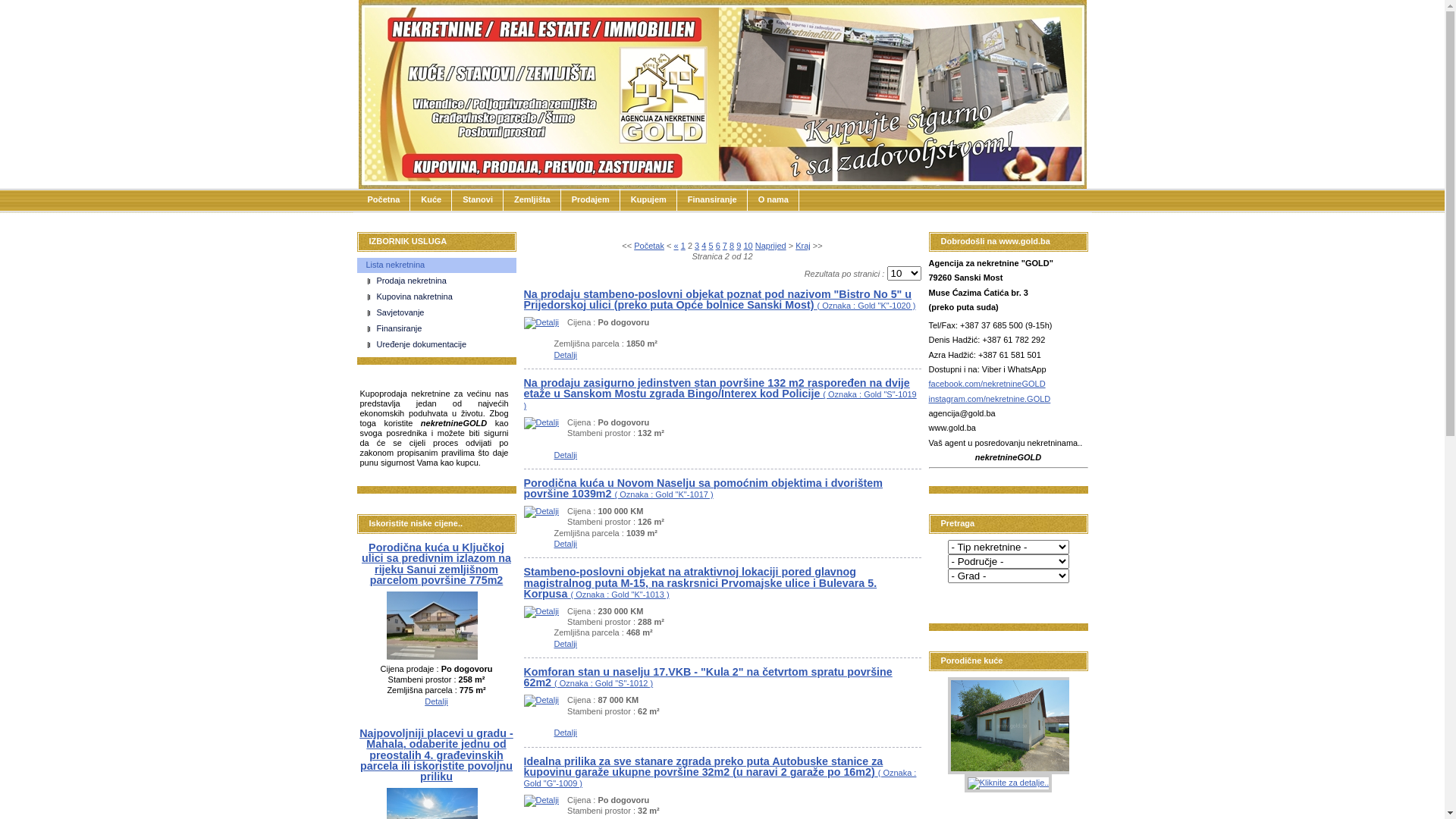  I want to click on 'Detalji', so click(541, 699).